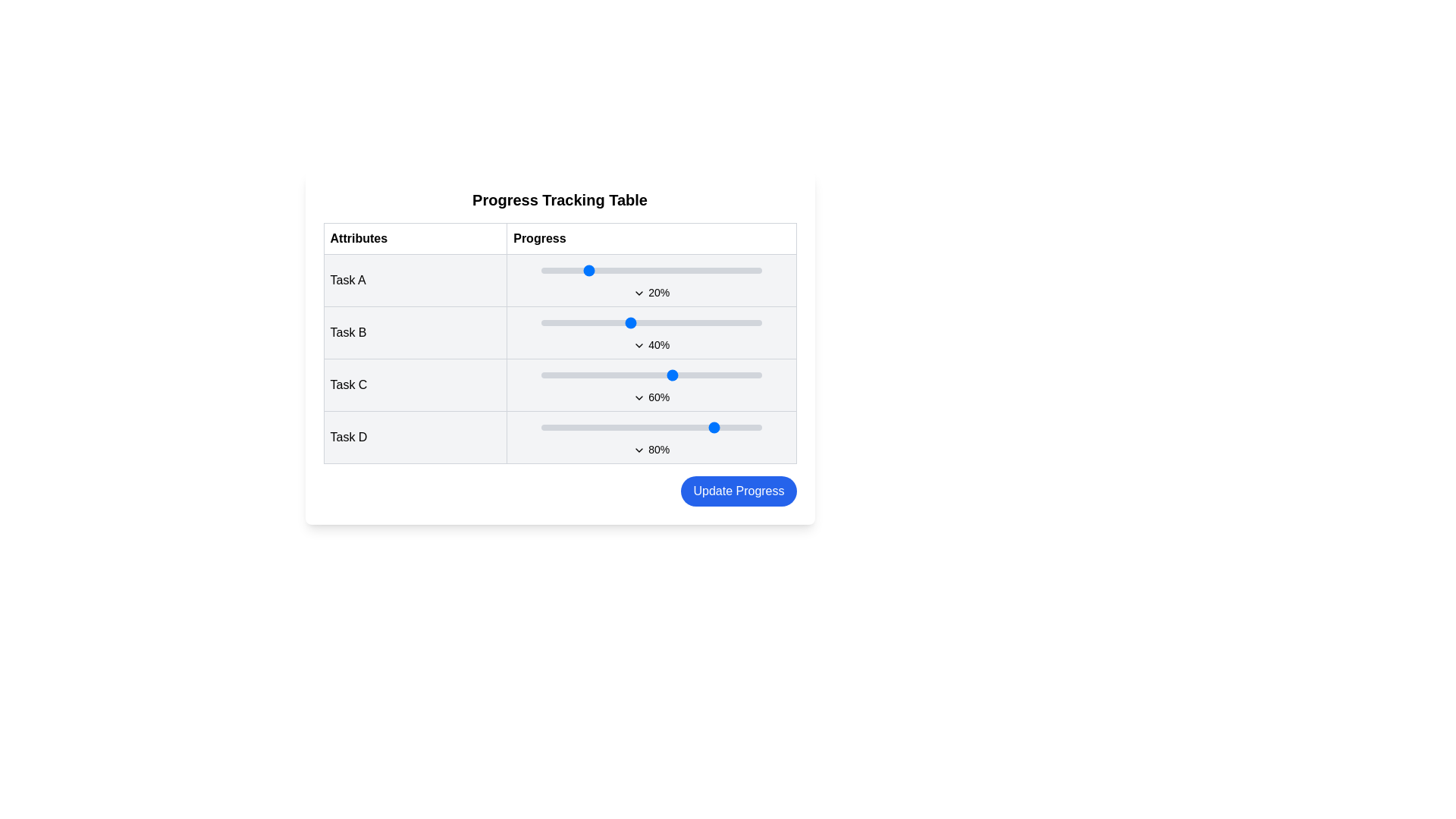 The width and height of the screenshot is (1456, 819). Describe the element at coordinates (642, 270) in the screenshot. I see `progress value` at that location.